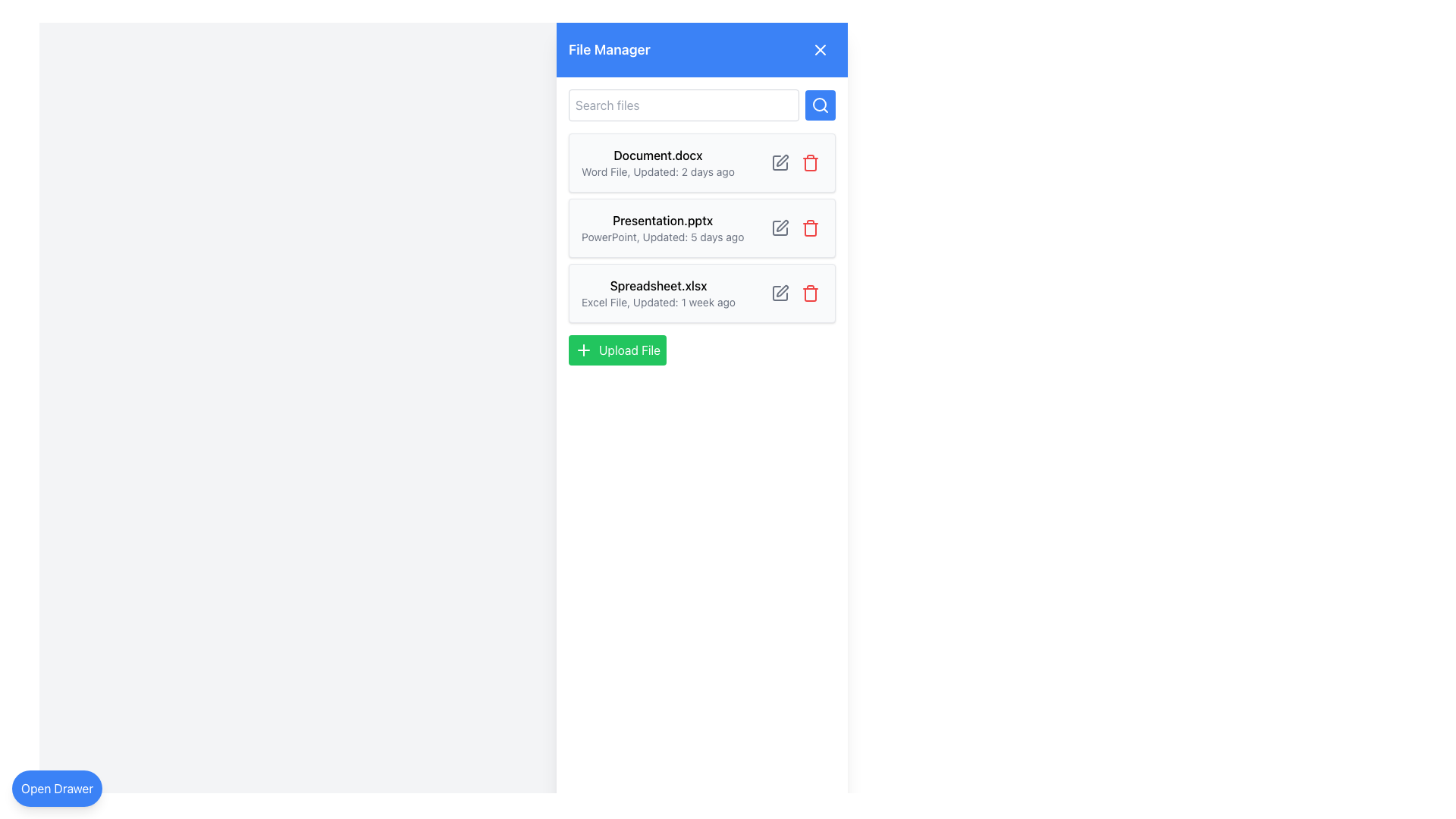  I want to click on the text label displaying the file name 'Spreadsheet.xlsx', so click(658, 286).